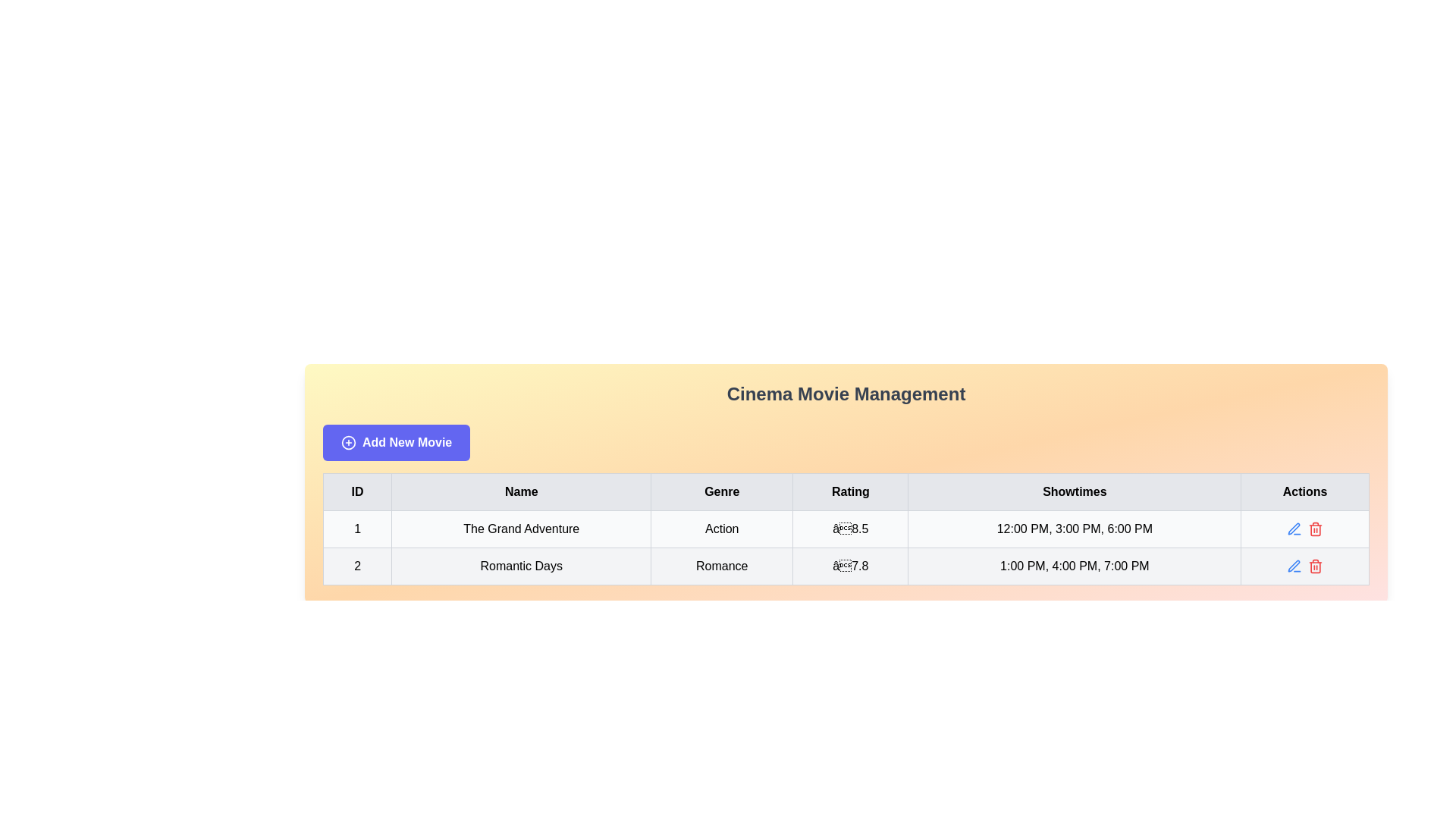 This screenshot has height=819, width=1456. What do you see at coordinates (1294, 529) in the screenshot?
I see `the blue edit tool icon button located in the 'Actions' column of the second row of the table to observe its hover effects` at bounding box center [1294, 529].